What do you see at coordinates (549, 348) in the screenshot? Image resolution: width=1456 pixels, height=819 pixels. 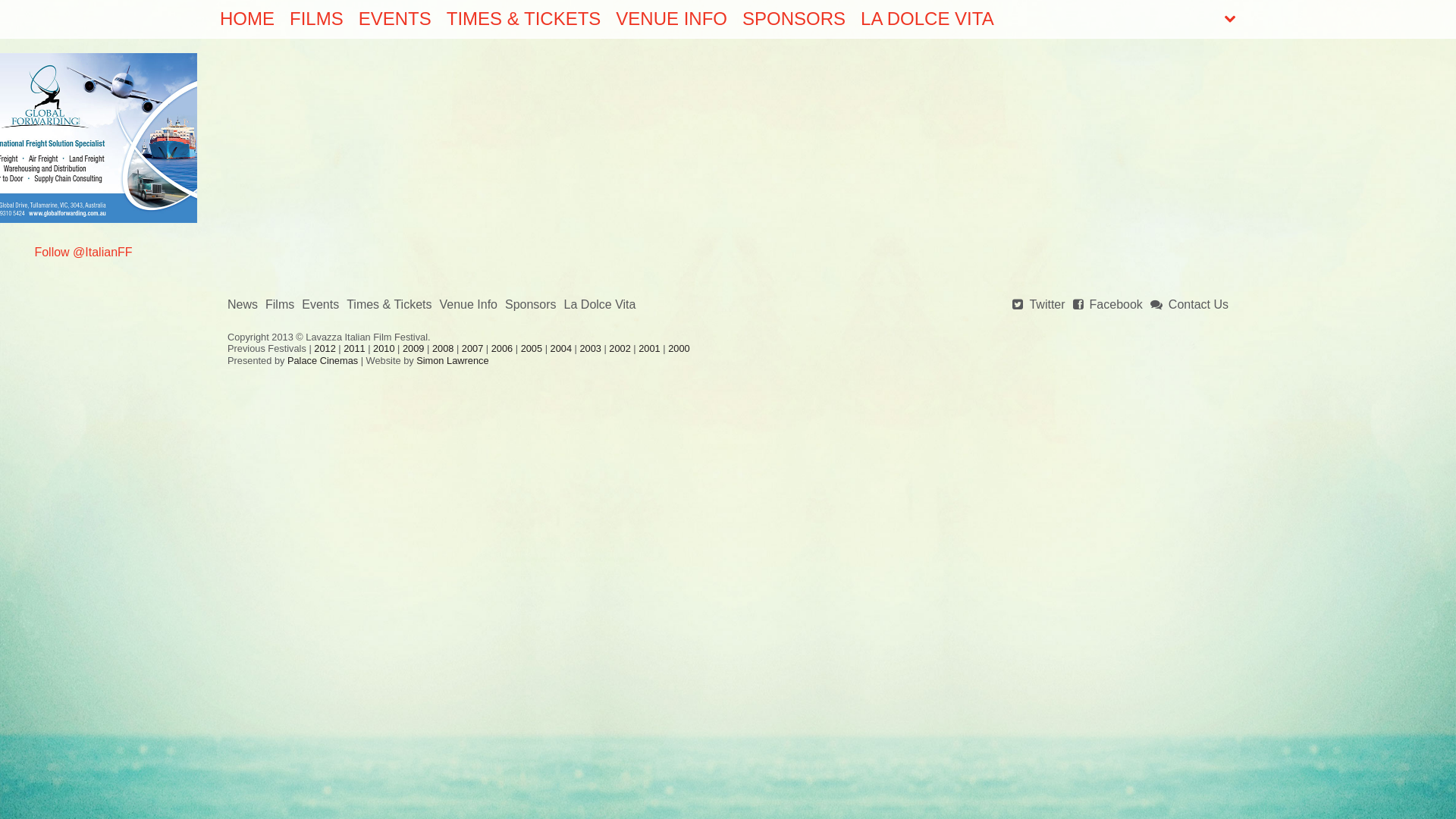 I see `'2004'` at bounding box center [549, 348].